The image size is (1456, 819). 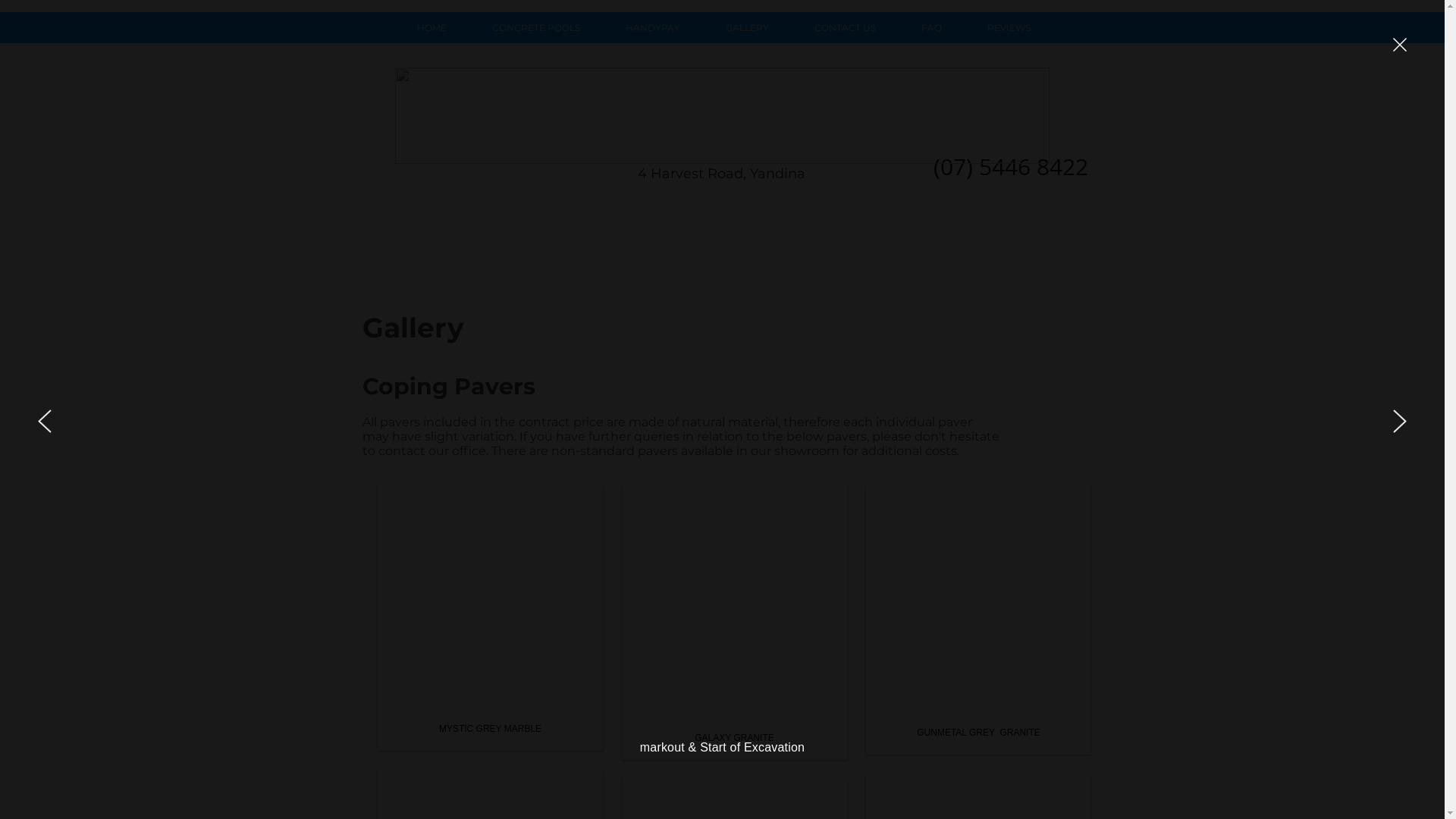 I want to click on 'CONCRETE POOLS', so click(x=535, y=27).